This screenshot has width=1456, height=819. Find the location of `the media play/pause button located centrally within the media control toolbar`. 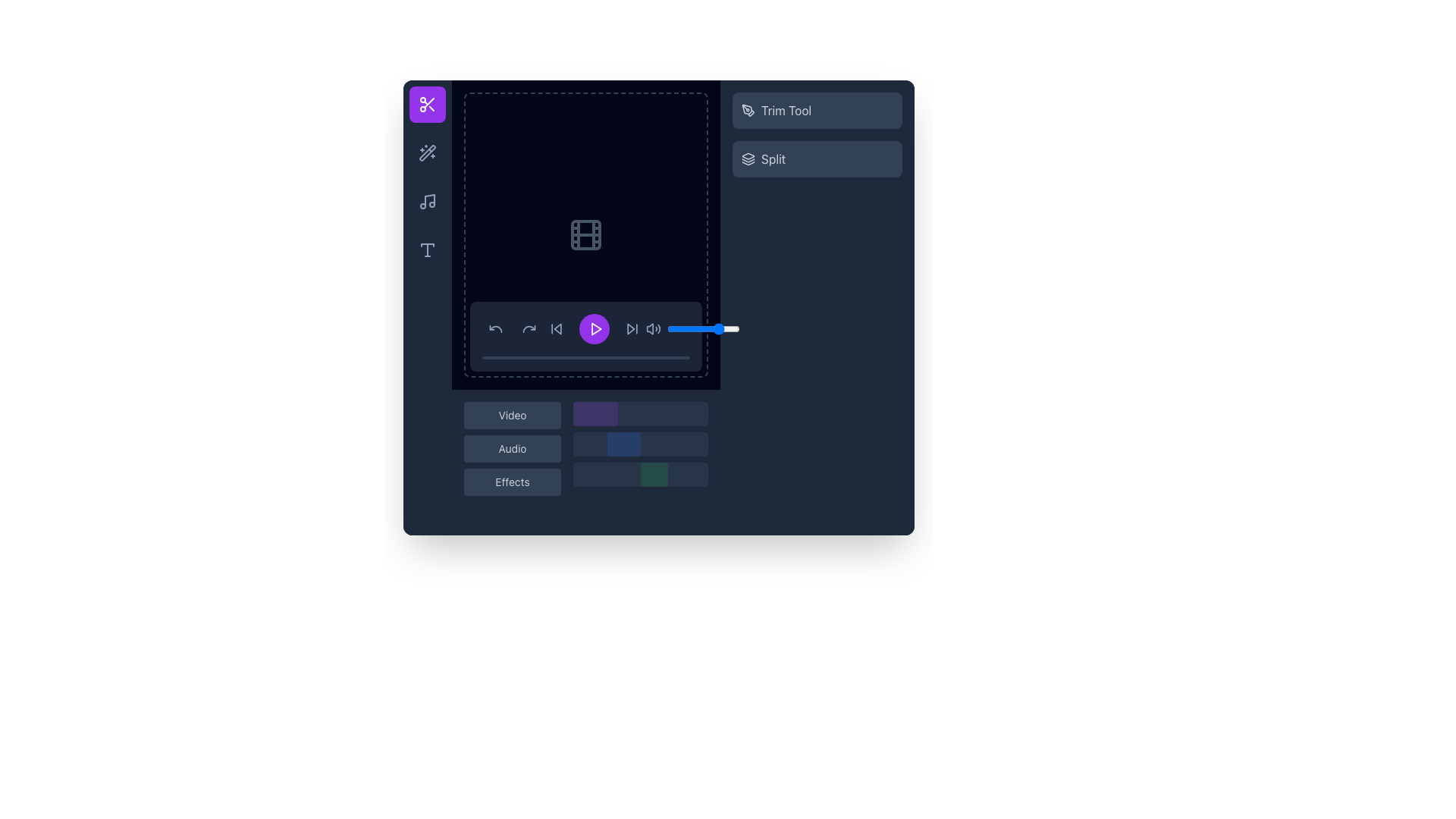

the media play/pause button located centrally within the media control toolbar is located at coordinates (593, 328).